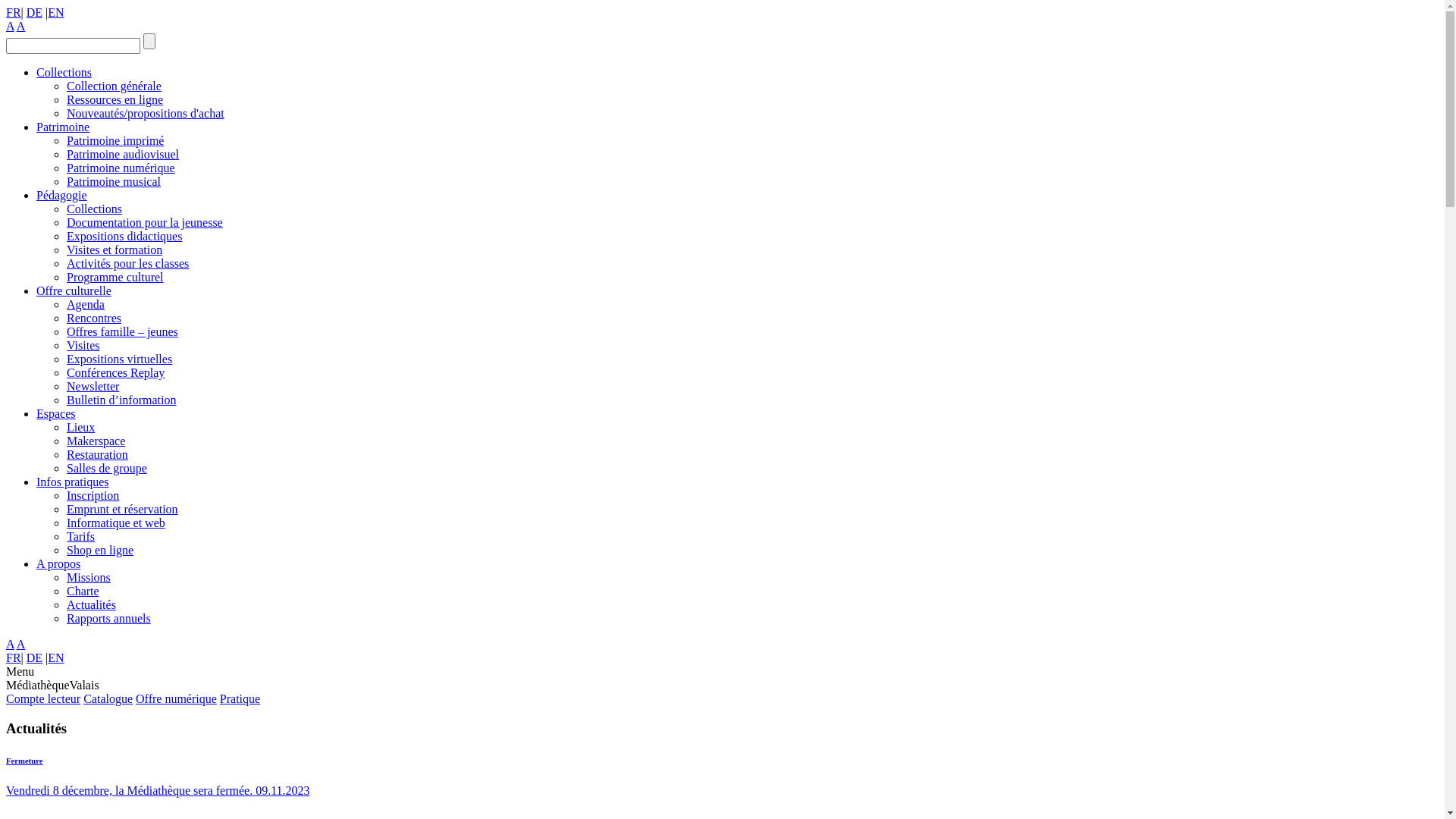 The height and width of the screenshot is (819, 1456). What do you see at coordinates (118, 359) in the screenshot?
I see `'Expositions virtuelles'` at bounding box center [118, 359].